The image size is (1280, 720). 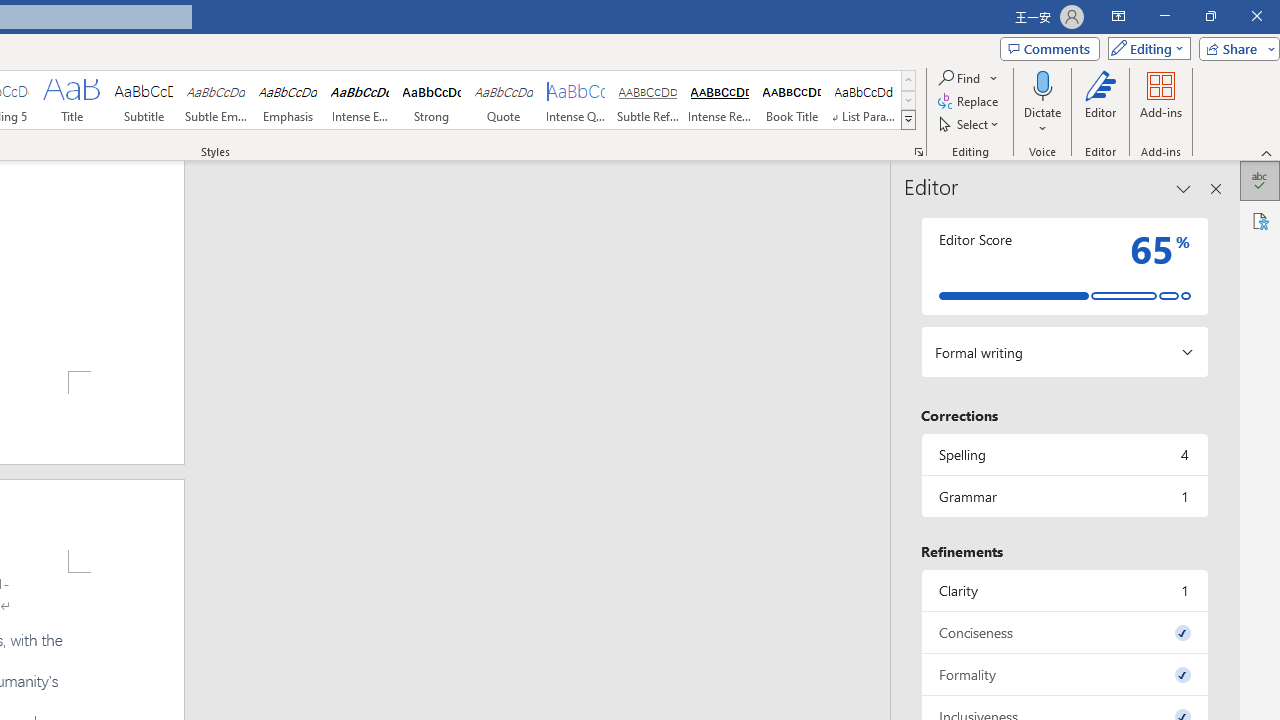 What do you see at coordinates (1063, 674) in the screenshot?
I see `'Formality, 0 issues. Press space or enter to review items.'` at bounding box center [1063, 674].